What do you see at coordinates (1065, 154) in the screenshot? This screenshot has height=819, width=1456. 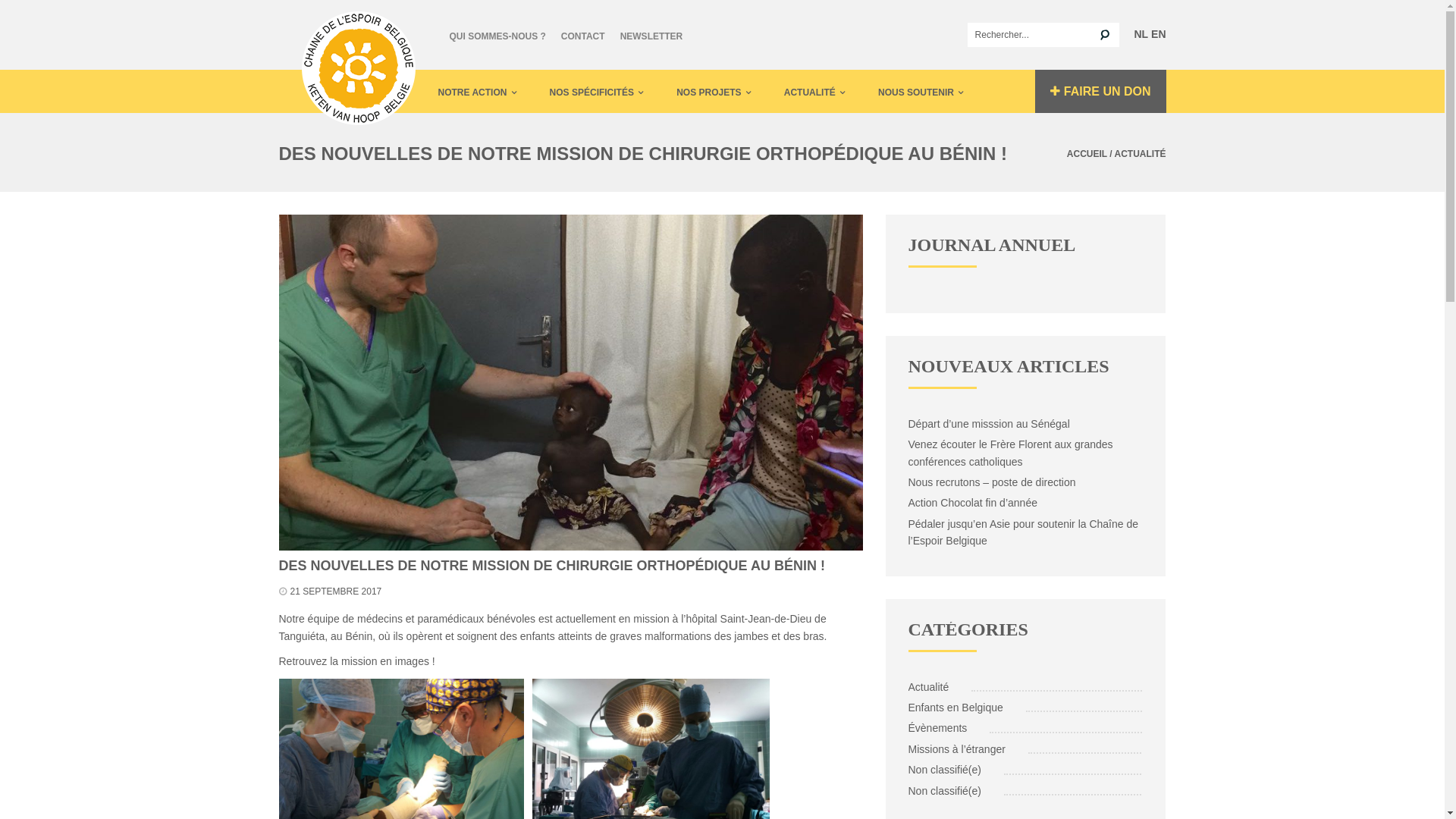 I see `'ACCUEIL'` at bounding box center [1065, 154].